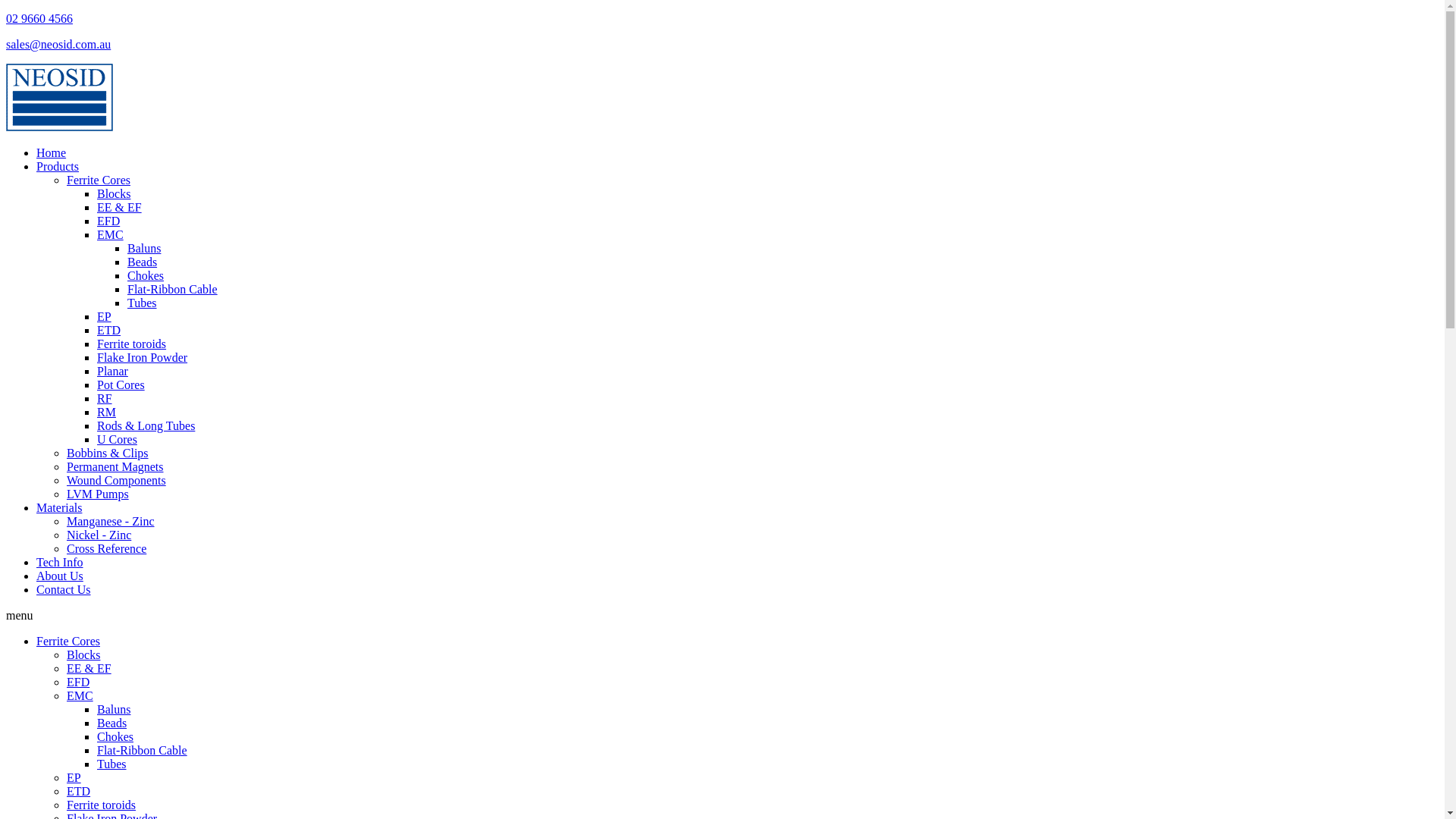 This screenshot has width=1456, height=819. What do you see at coordinates (58, 43) in the screenshot?
I see `'sales@neosid.com.au'` at bounding box center [58, 43].